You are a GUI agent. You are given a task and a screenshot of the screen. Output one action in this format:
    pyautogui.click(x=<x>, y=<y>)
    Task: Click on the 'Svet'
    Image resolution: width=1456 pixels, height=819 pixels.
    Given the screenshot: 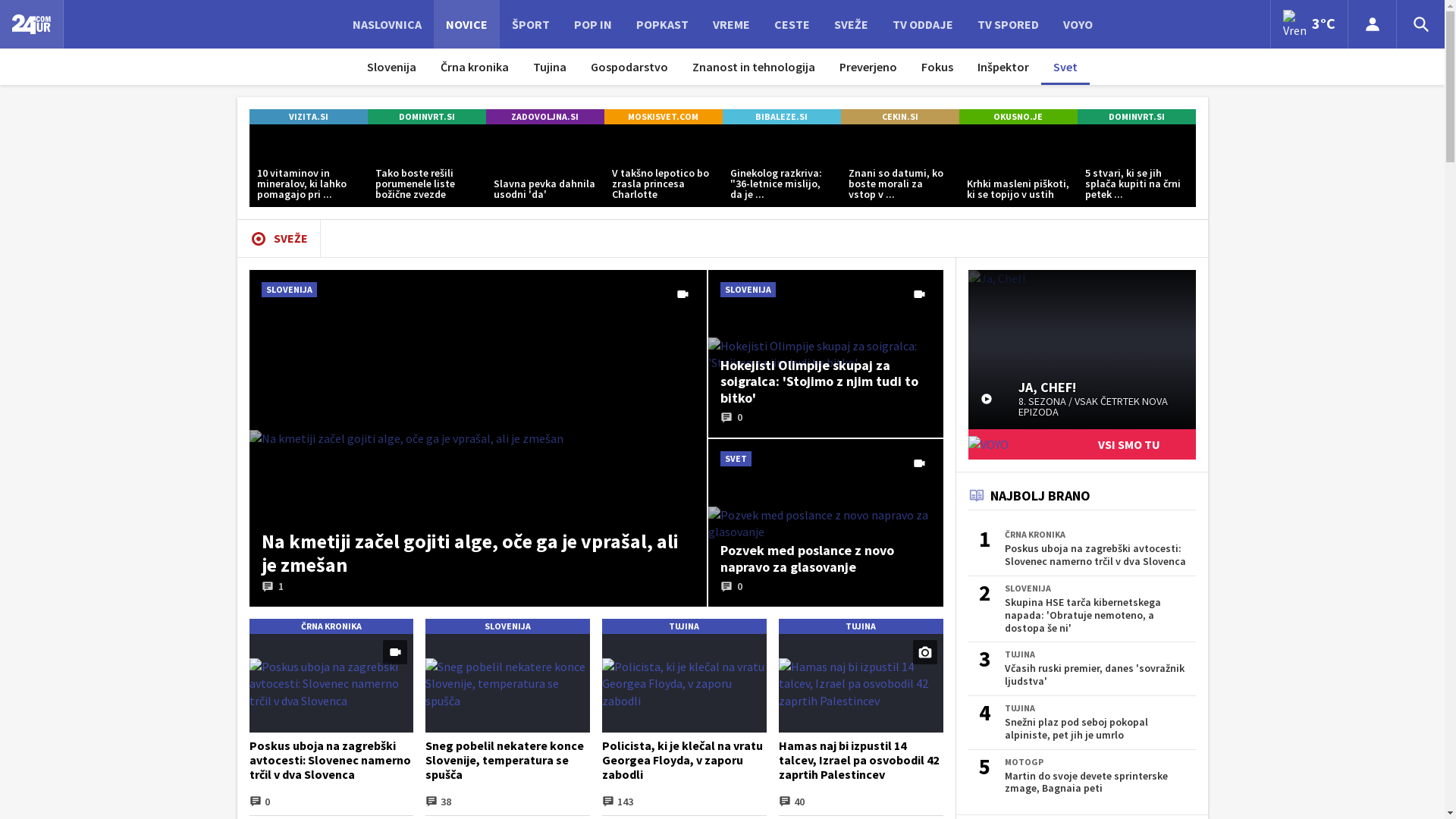 What is the action you would take?
    pyautogui.click(x=1065, y=66)
    